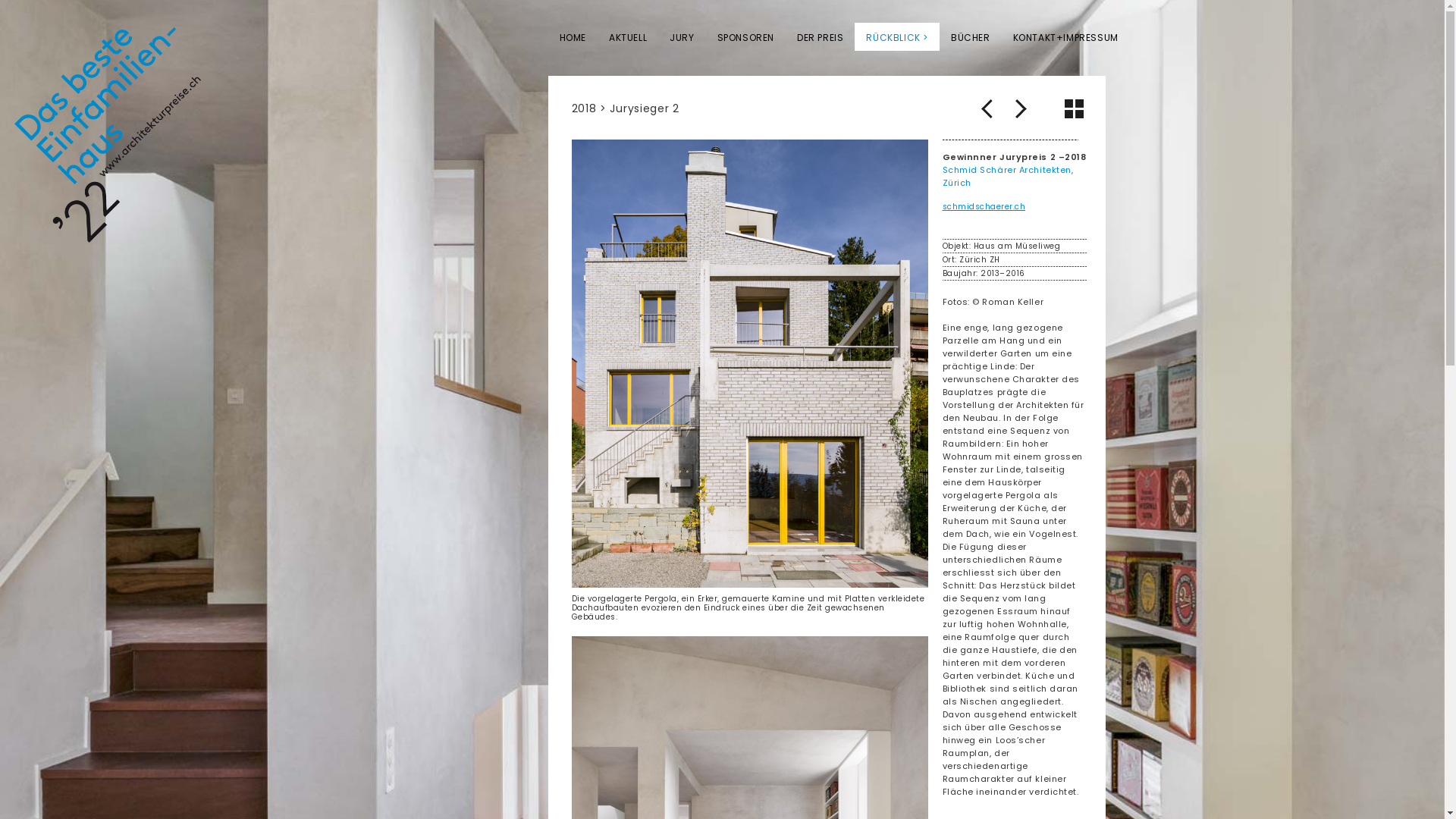 The width and height of the screenshot is (1456, 819). What do you see at coordinates (1065, 36) in the screenshot?
I see `'KONTAKT+IMPRESSUM'` at bounding box center [1065, 36].